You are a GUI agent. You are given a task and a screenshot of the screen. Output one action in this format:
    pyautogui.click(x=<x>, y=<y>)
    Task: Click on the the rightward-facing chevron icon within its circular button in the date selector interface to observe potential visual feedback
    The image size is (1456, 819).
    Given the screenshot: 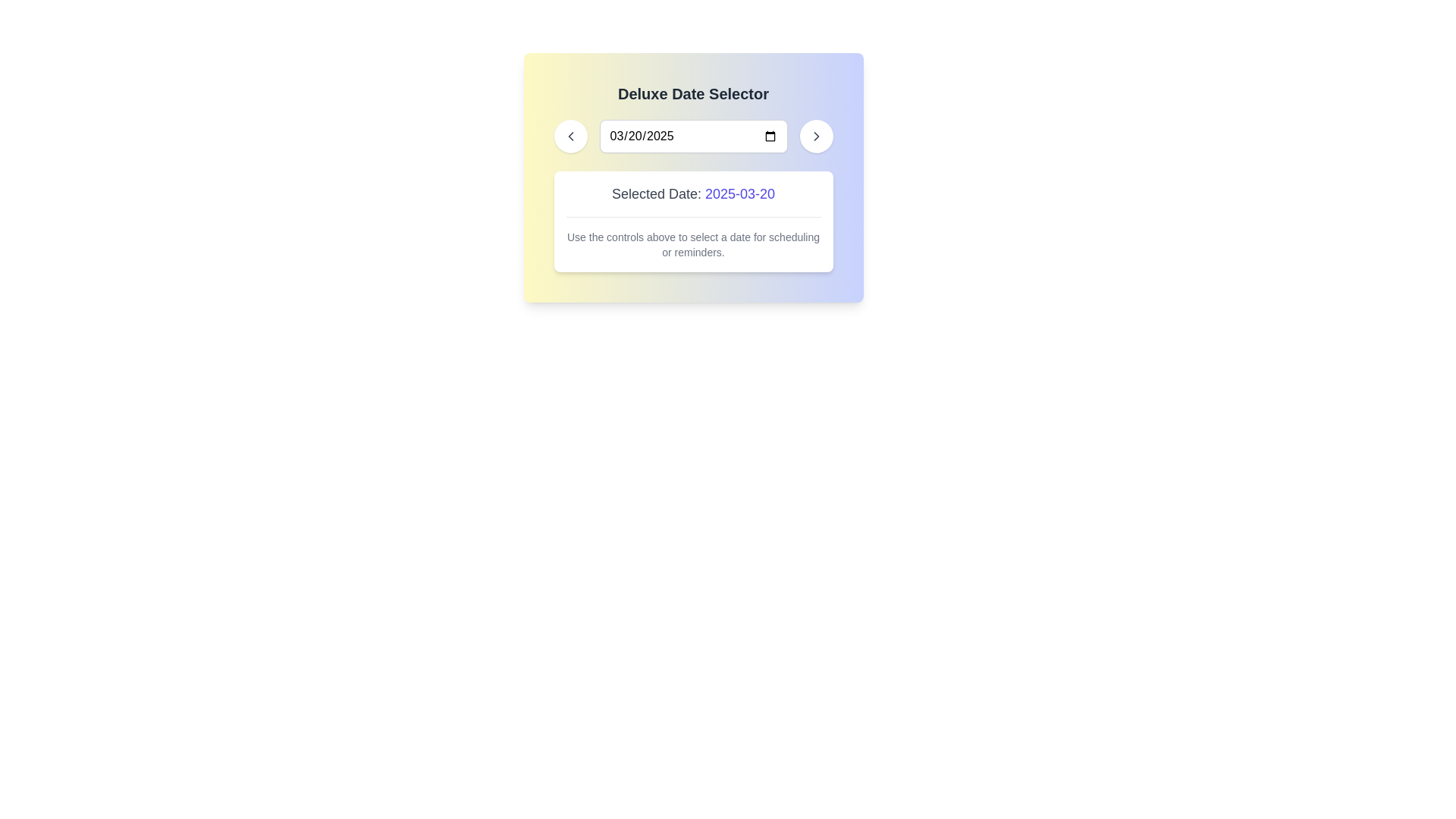 What is the action you would take?
    pyautogui.click(x=815, y=136)
    